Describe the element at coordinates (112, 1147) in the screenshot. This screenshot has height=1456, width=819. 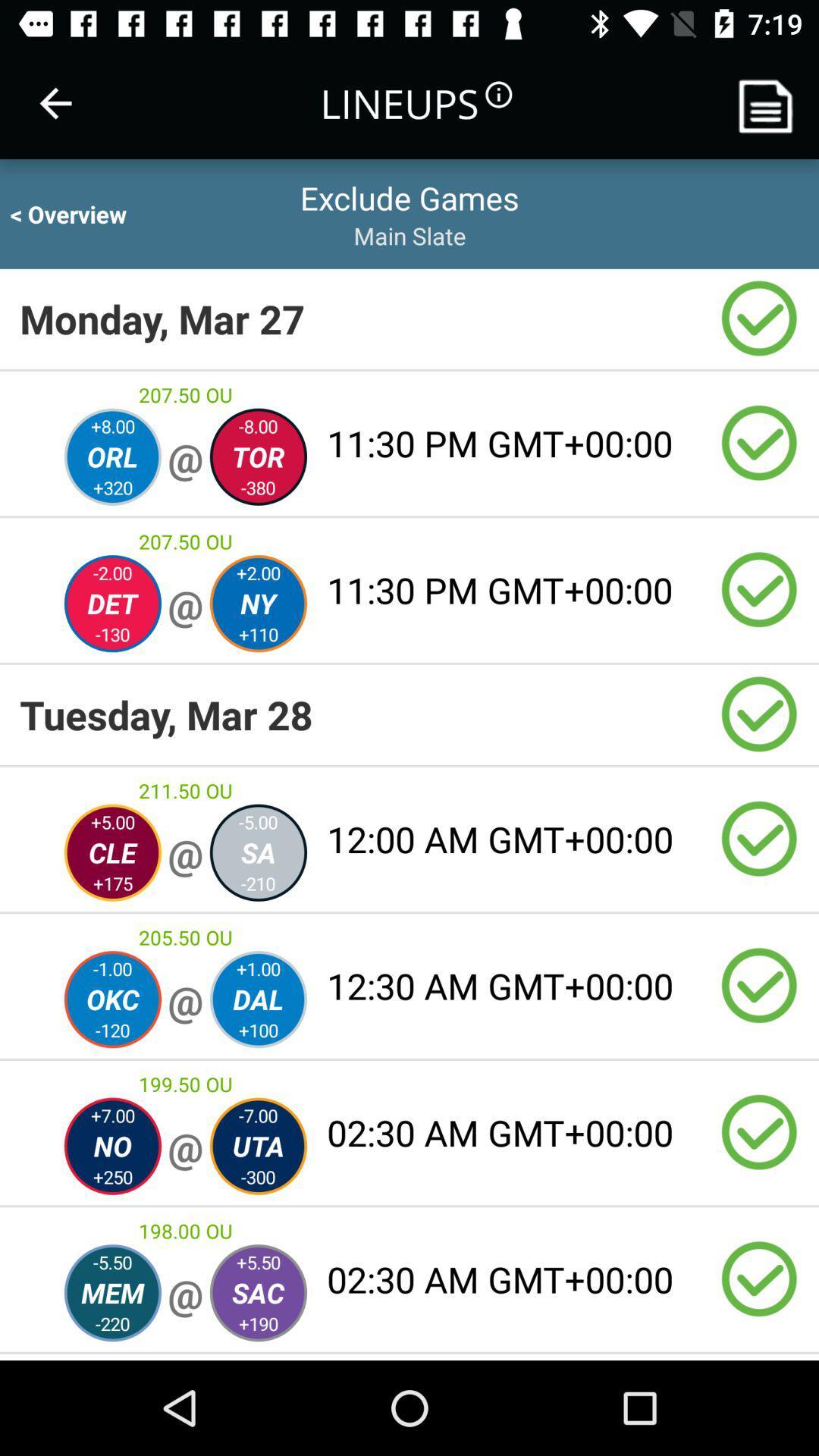
I see `the left circle which is below the 19950 ou` at that location.